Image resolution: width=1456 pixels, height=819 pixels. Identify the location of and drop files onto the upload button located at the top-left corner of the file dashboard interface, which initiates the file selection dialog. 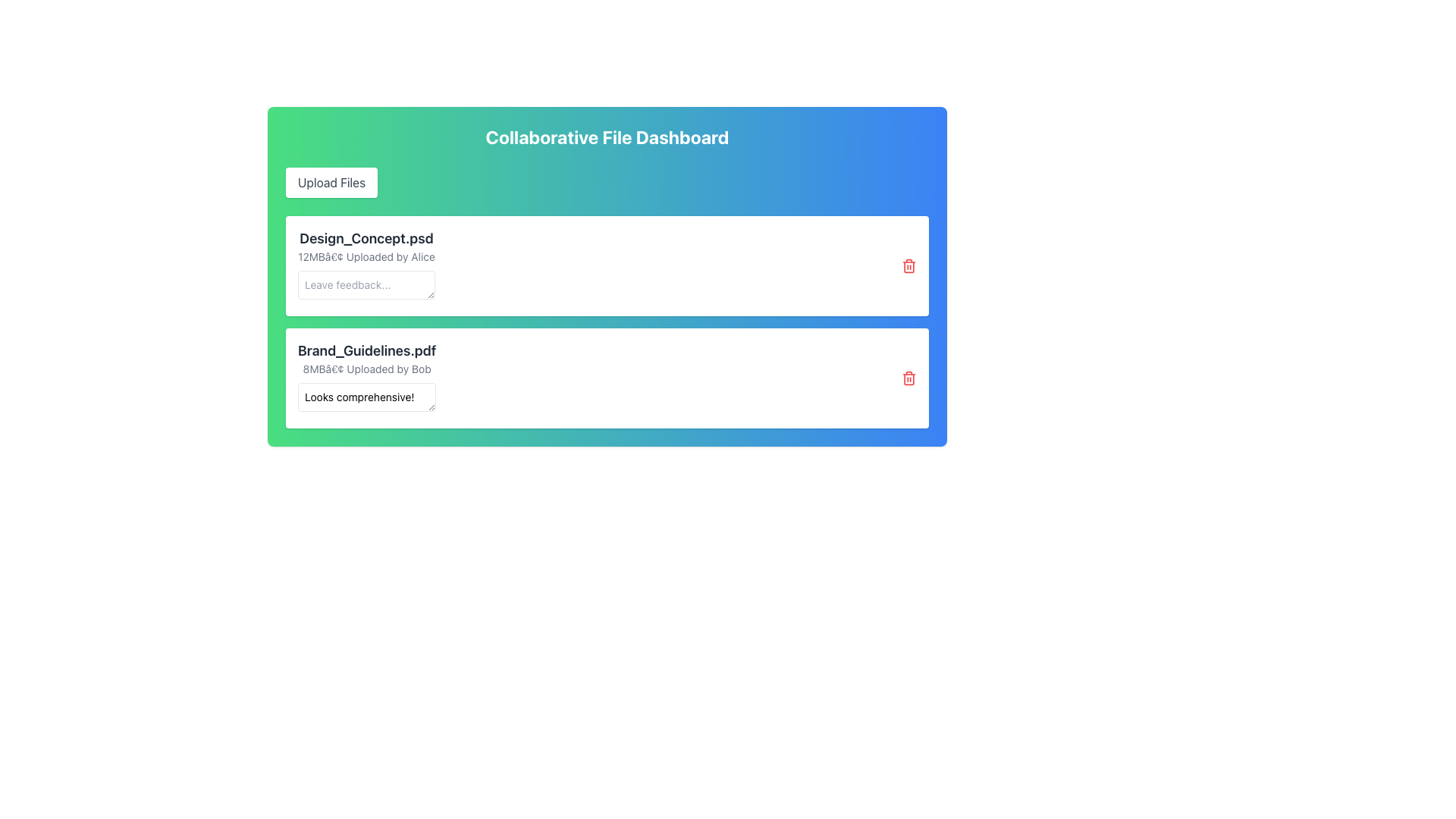
(331, 181).